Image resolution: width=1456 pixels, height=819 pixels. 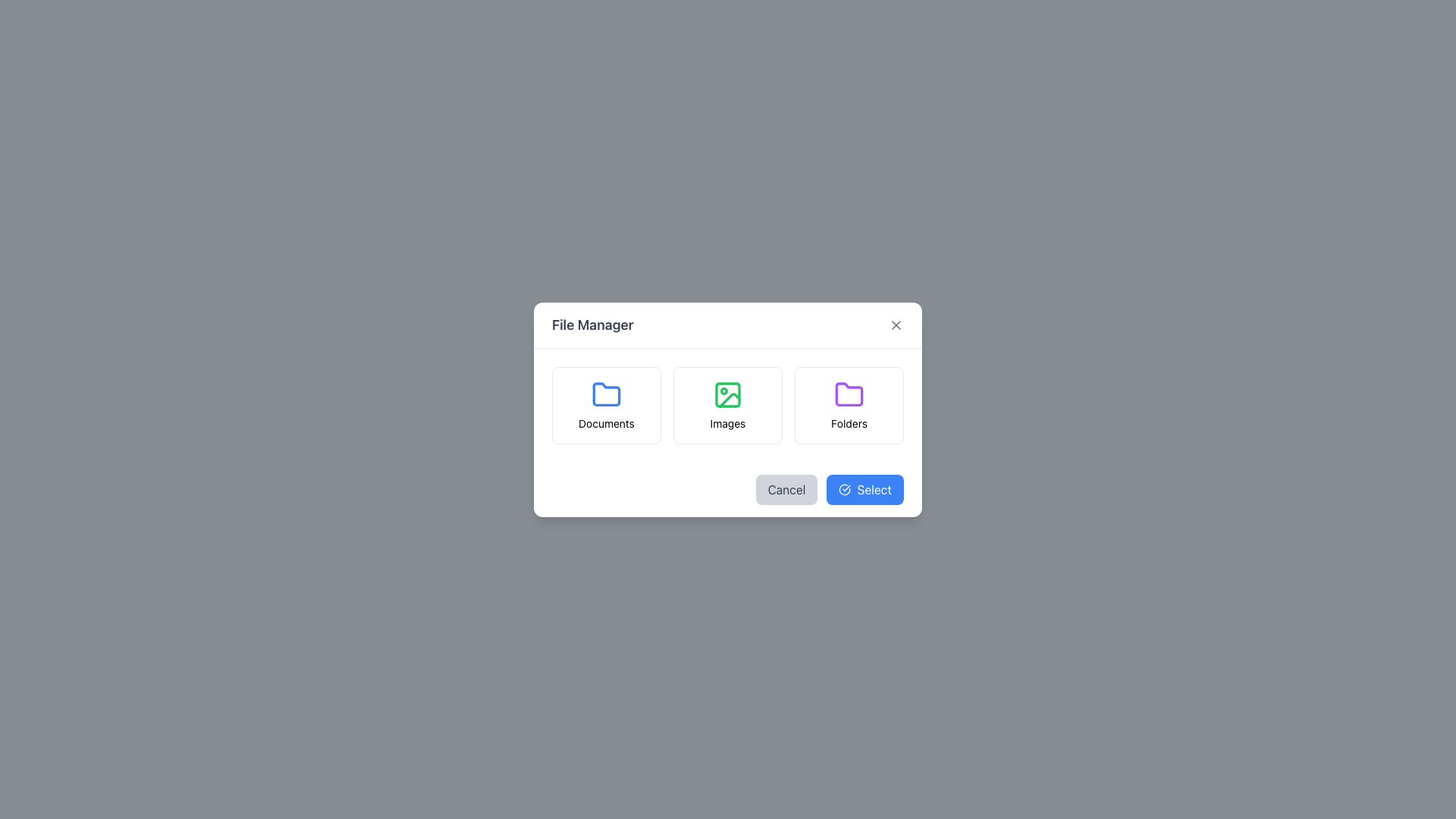 I want to click on text label 'Images' located centrally below the green image icon in the modal dialog, so click(x=728, y=423).